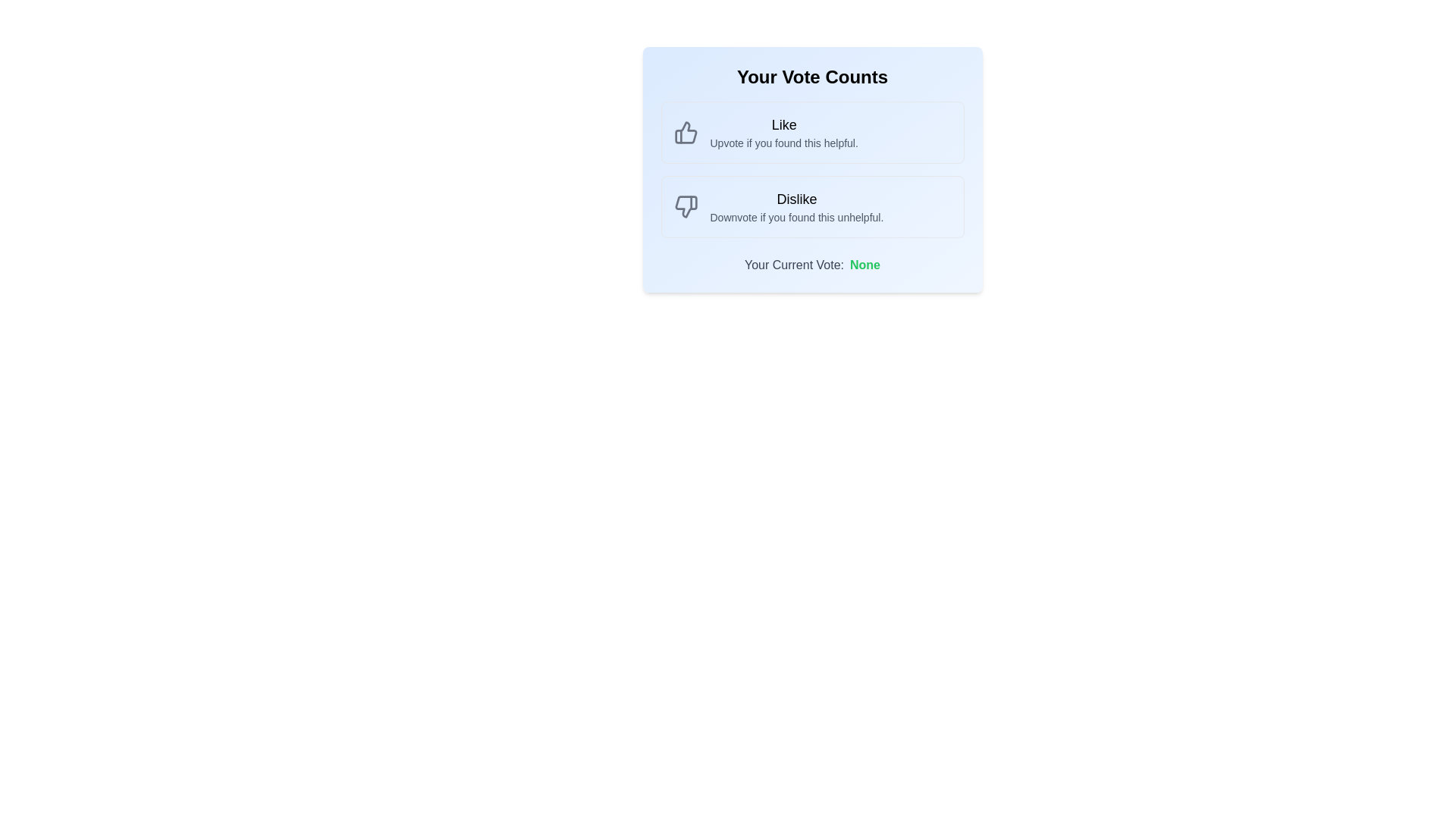 This screenshot has width=1456, height=819. I want to click on the text label that states 'Your Current Vote:' styled in gray font, located near the bottom of the voting card interface to the left of the bold green text displaying the user's current vote status, so click(793, 264).